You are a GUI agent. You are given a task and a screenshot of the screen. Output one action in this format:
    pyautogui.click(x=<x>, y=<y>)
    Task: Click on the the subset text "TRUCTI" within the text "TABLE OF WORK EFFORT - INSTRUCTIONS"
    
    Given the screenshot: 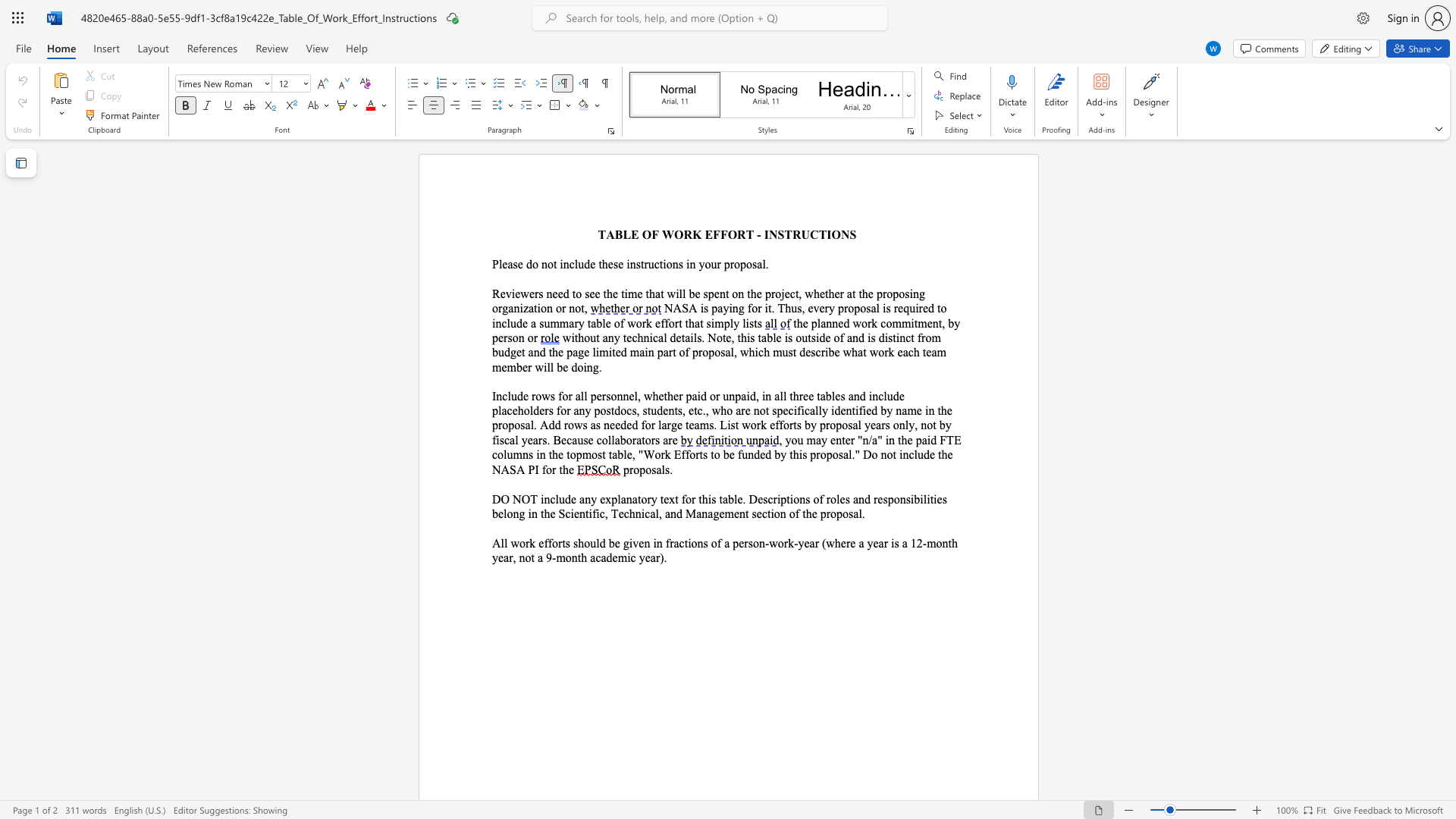 What is the action you would take?
    pyautogui.click(x=784, y=234)
    